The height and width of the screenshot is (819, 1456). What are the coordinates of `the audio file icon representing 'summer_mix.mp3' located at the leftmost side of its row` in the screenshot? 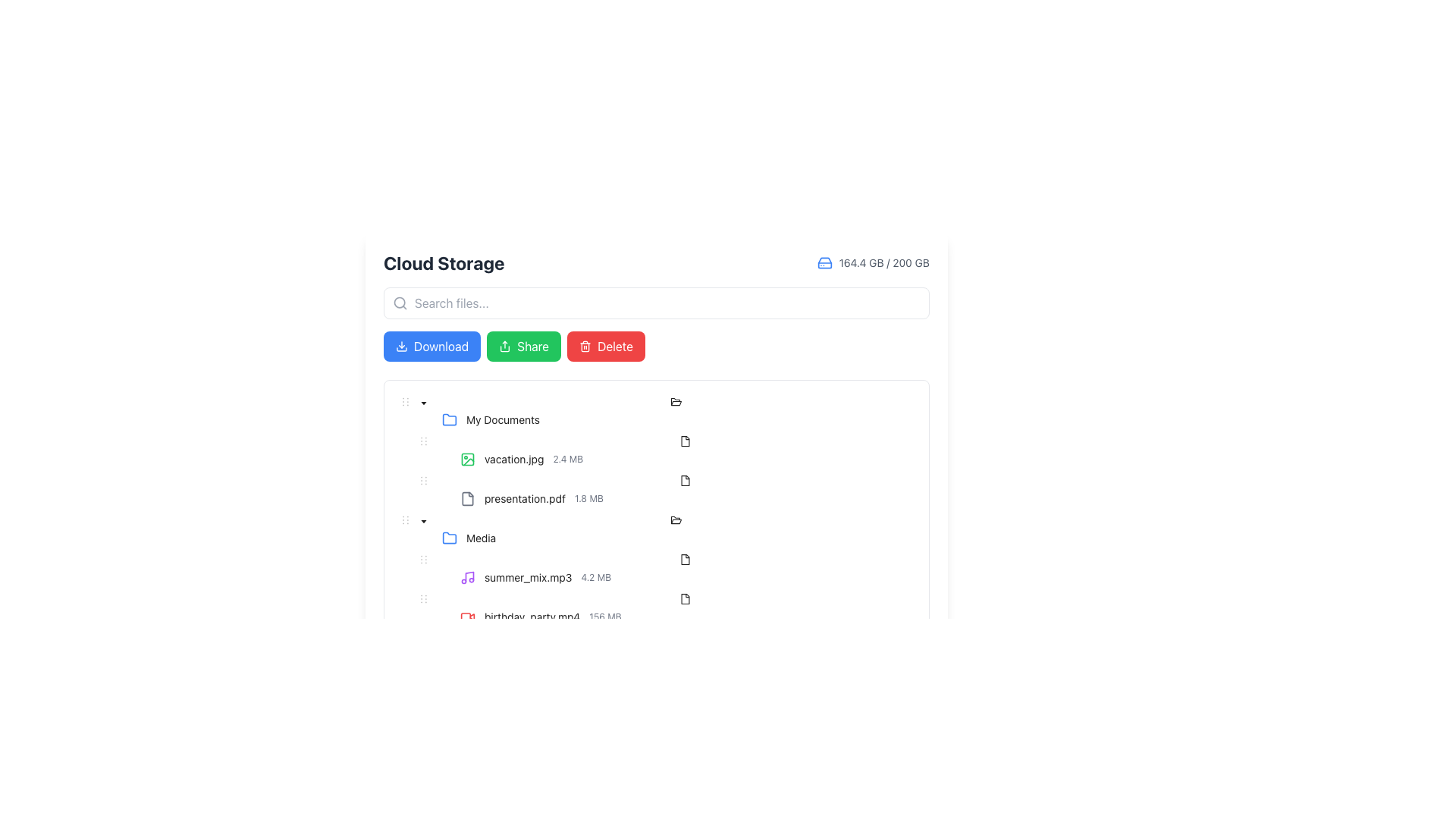 It's located at (467, 578).